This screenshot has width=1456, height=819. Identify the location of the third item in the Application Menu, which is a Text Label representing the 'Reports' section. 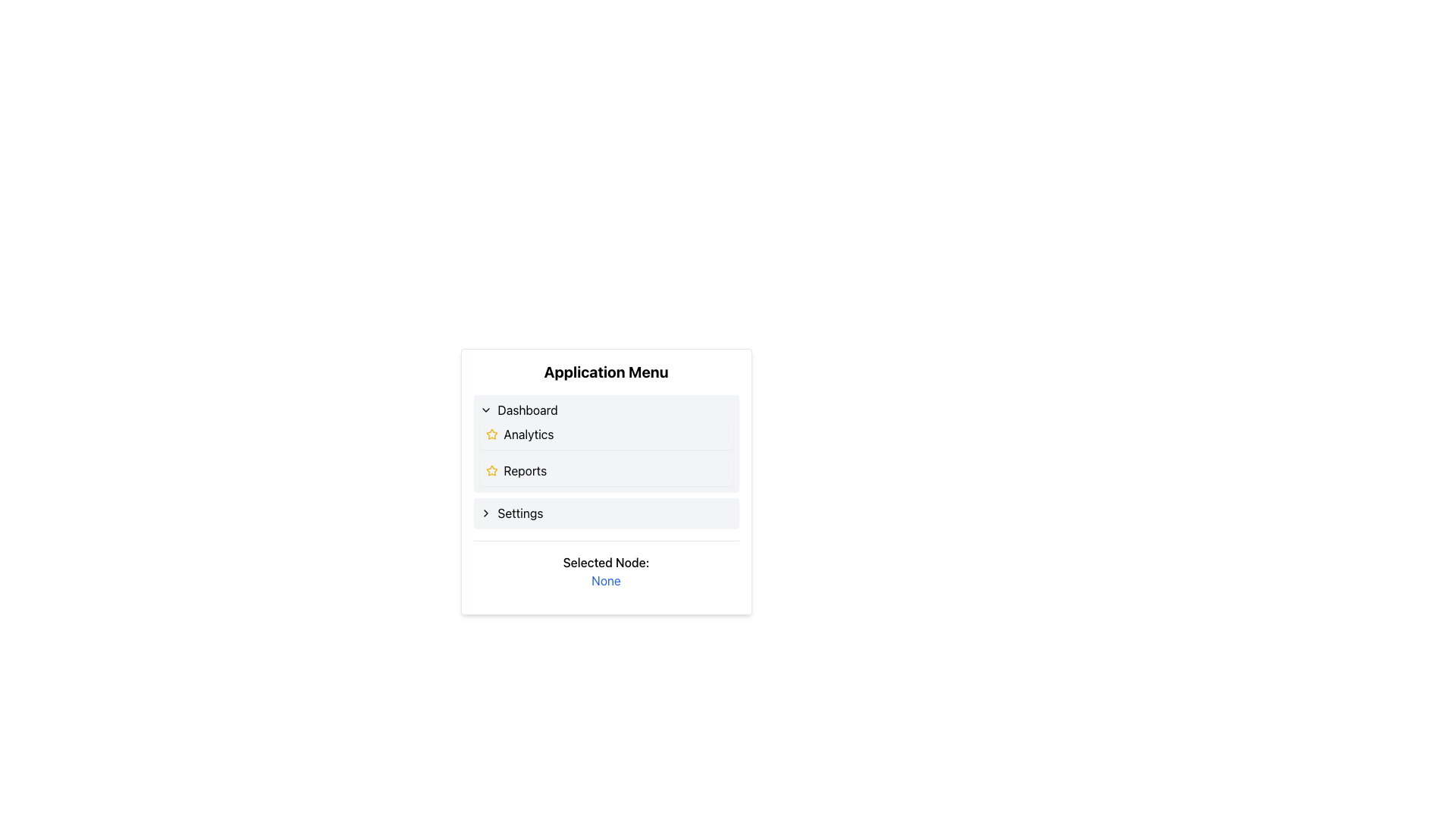
(525, 470).